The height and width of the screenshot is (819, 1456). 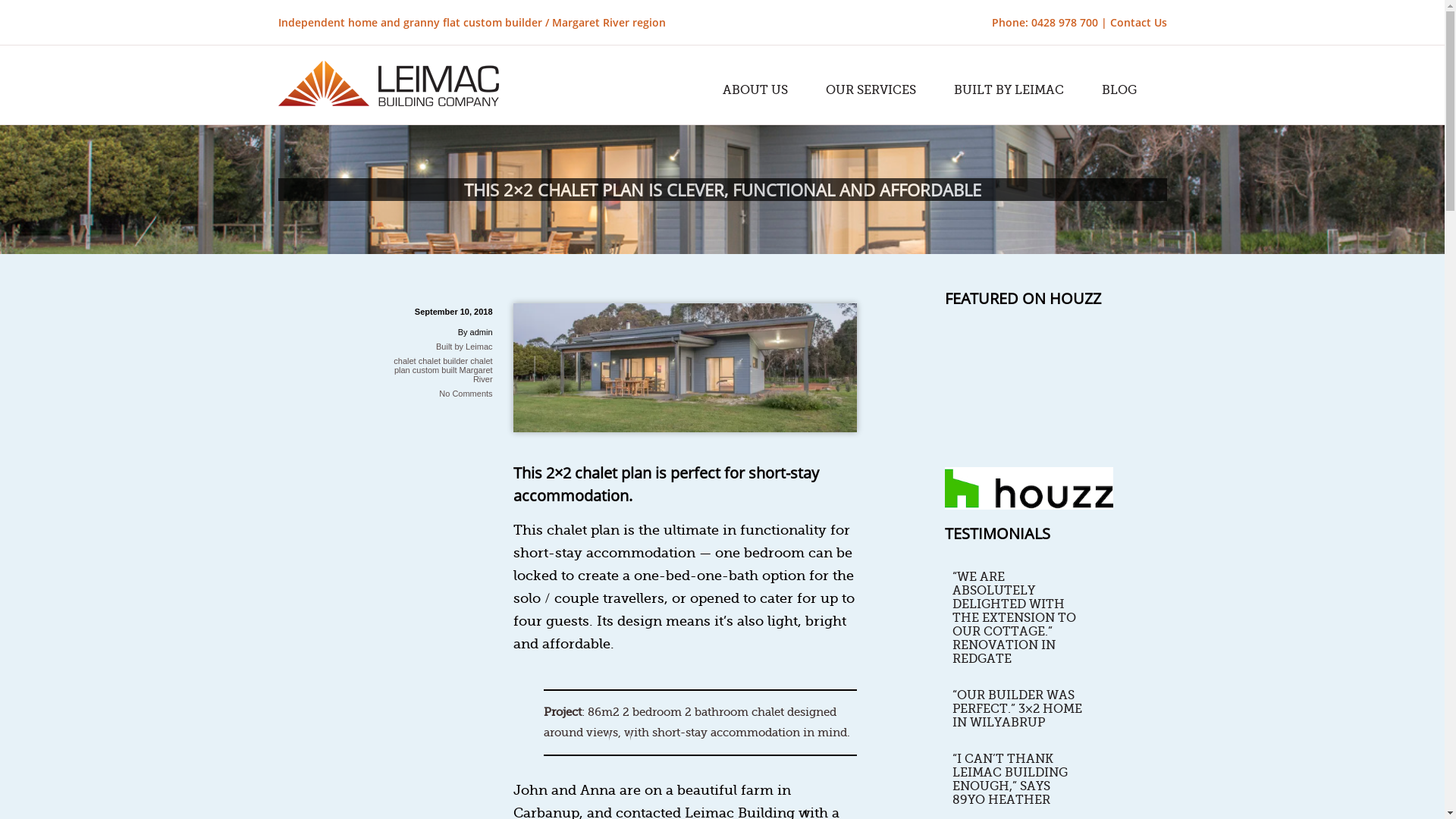 I want to click on 'chalet plan', so click(x=443, y=366).